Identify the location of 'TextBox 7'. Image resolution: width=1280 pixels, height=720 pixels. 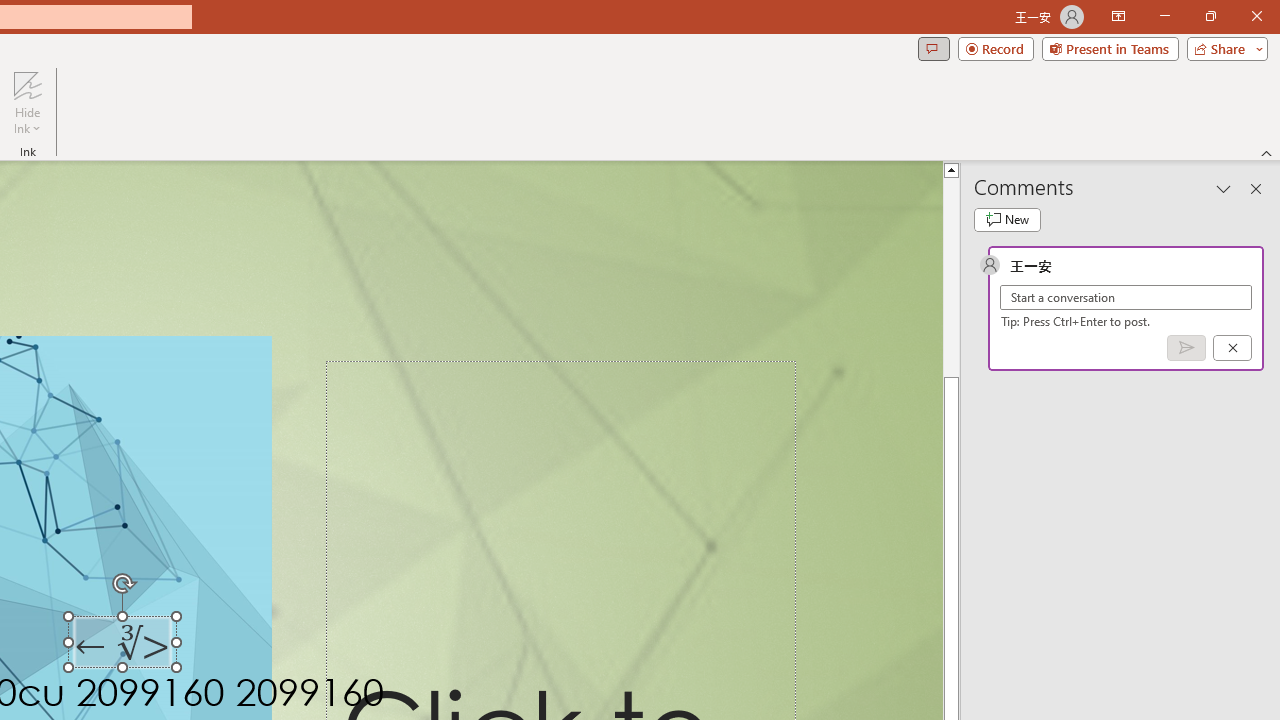
(122, 645).